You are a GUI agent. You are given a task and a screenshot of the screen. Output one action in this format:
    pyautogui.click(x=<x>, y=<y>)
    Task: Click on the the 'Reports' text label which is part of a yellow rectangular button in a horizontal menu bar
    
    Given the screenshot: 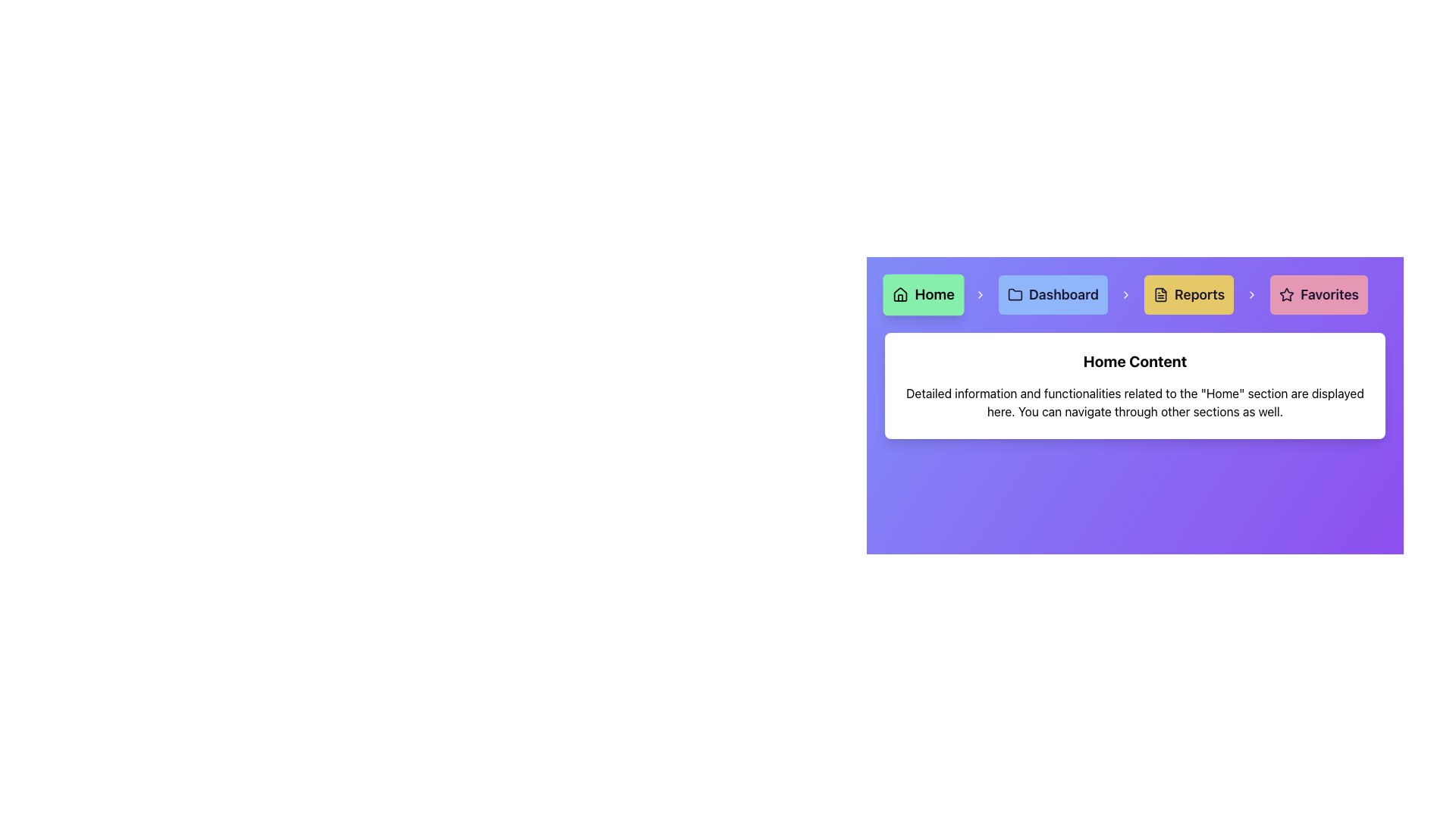 What is the action you would take?
    pyautogui.click(x=1199, y=295)
    